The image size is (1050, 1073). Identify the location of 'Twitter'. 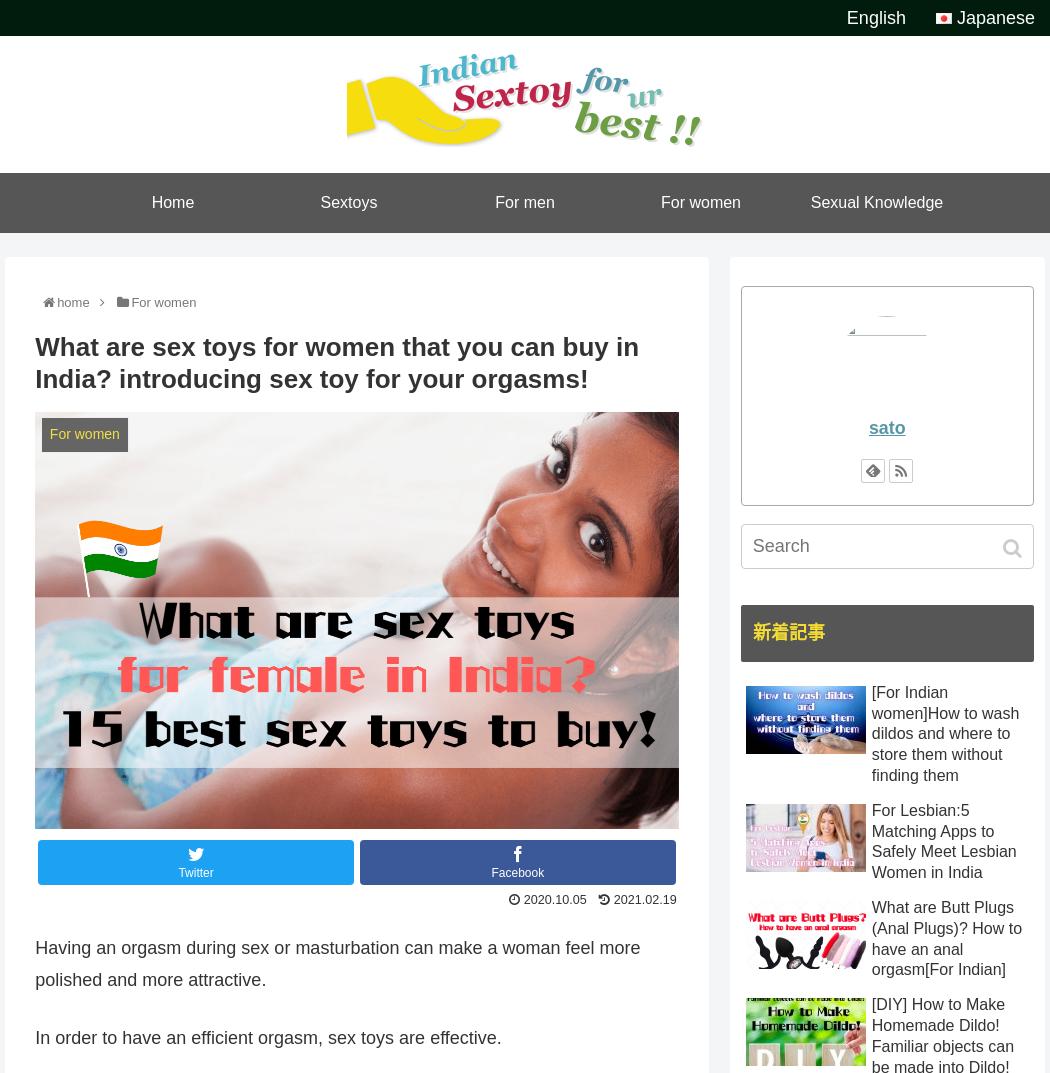
(194, 871).